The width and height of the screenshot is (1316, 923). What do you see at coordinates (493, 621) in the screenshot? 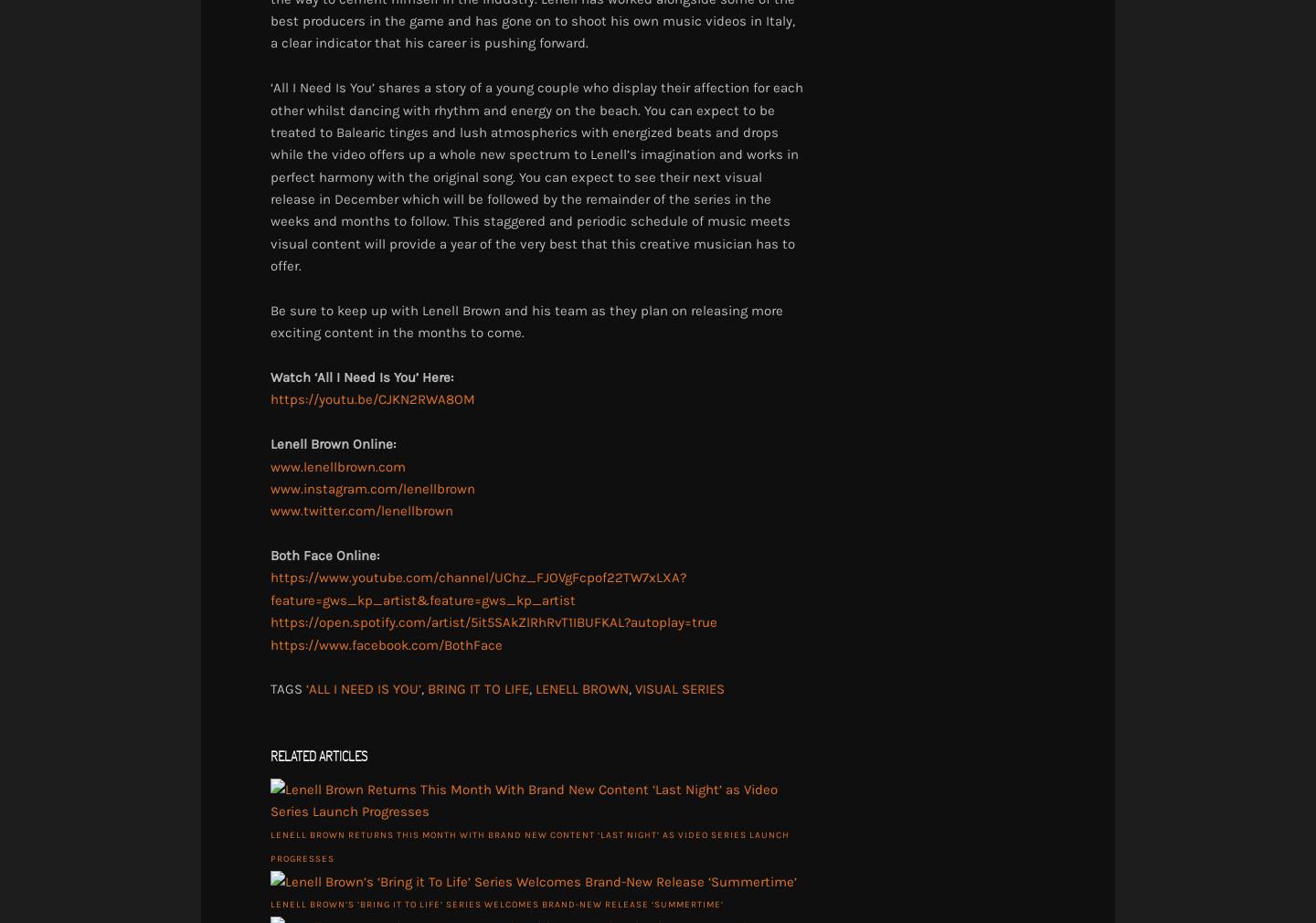
I see `'https://open.spotify.com/artist/5it5SAkZlRhRvT1IBUFKAL?autoplay=true'` at bounding box center [493, 621].